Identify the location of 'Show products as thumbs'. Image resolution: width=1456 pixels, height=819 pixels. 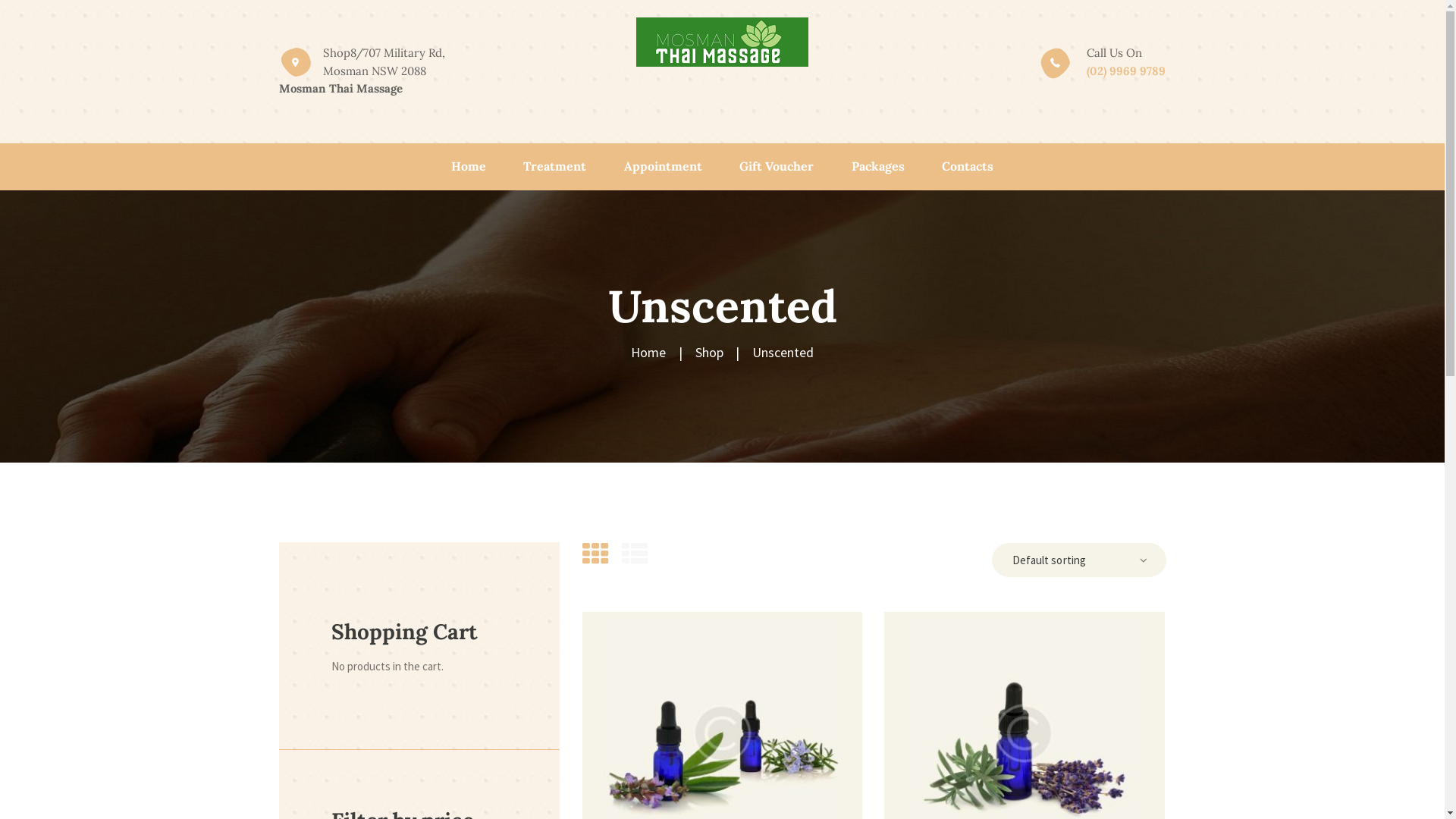
(595, 554).